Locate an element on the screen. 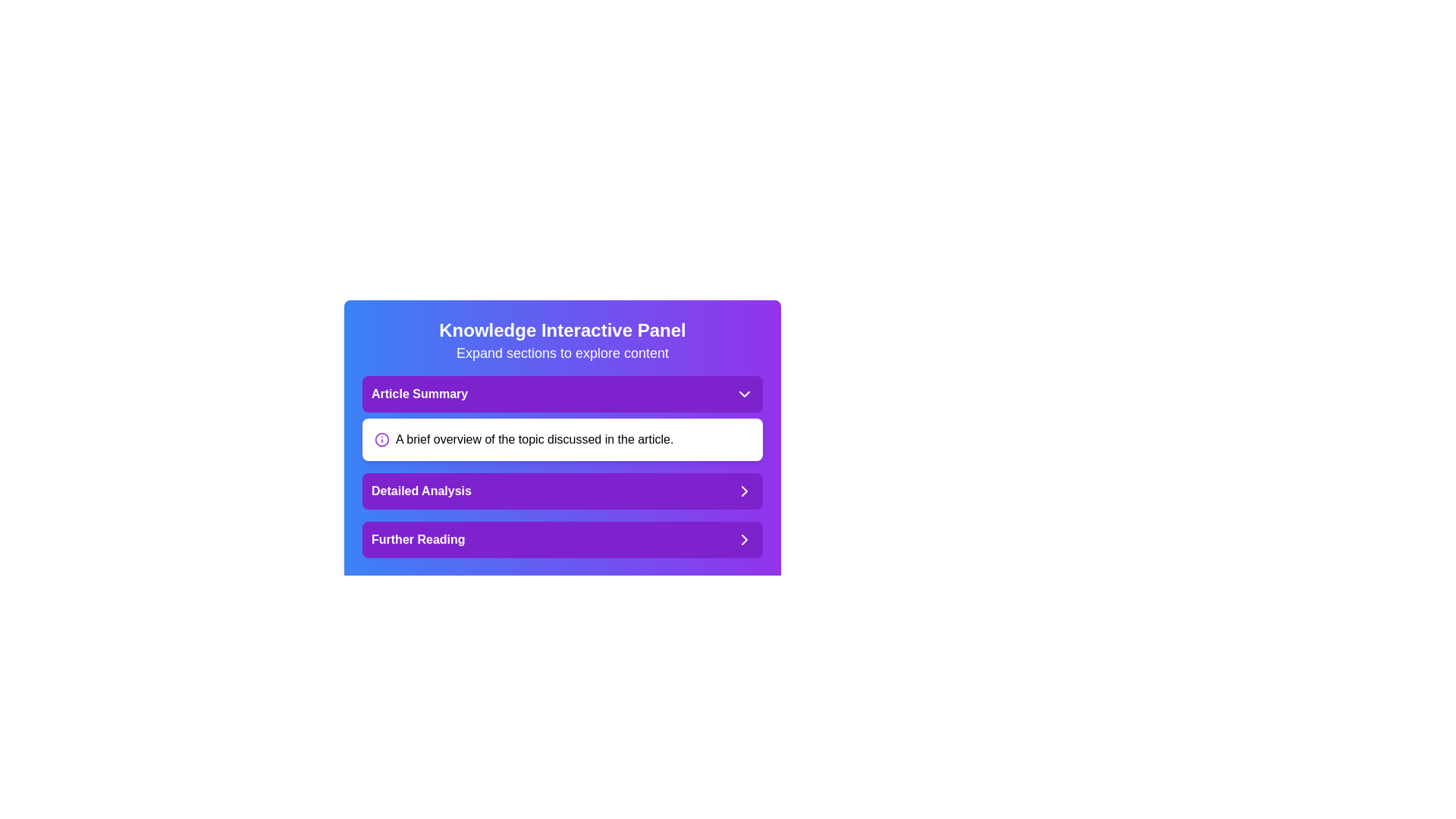 The width and height of the screenshot is (1456, 819). the text label that indicates the content is a detailed analysis, located in the second section of the interactive panel, between 'Article Summary' and 'Further Reading' is located at coordinates (422, 491).